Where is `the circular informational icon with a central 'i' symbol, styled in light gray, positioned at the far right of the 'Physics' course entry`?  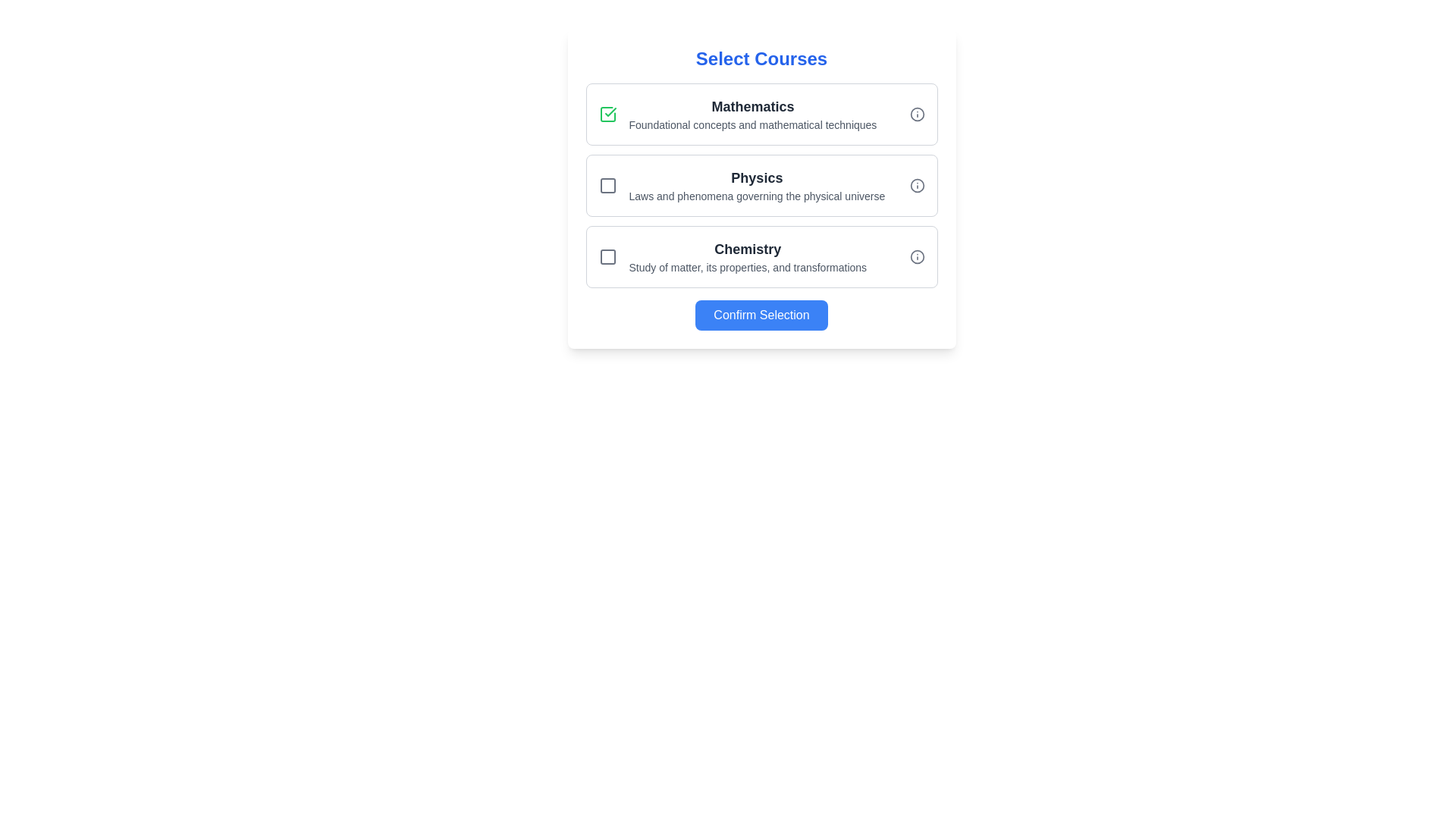 the circular informational icon with a central 'i' symbol, styled in light gray, positioned at the far right of the 'Physics' course entry is located at coordinates (916, 185).